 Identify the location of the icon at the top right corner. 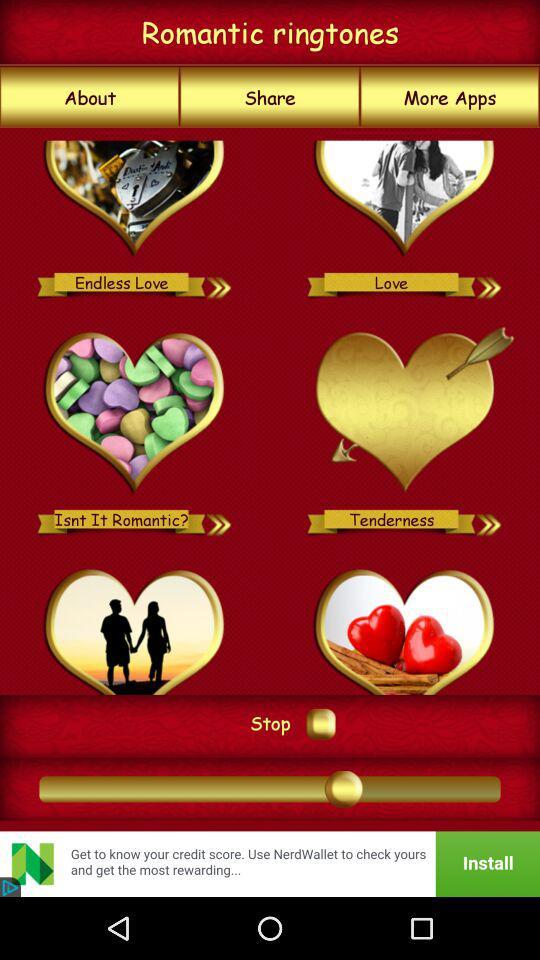
(450, 97).